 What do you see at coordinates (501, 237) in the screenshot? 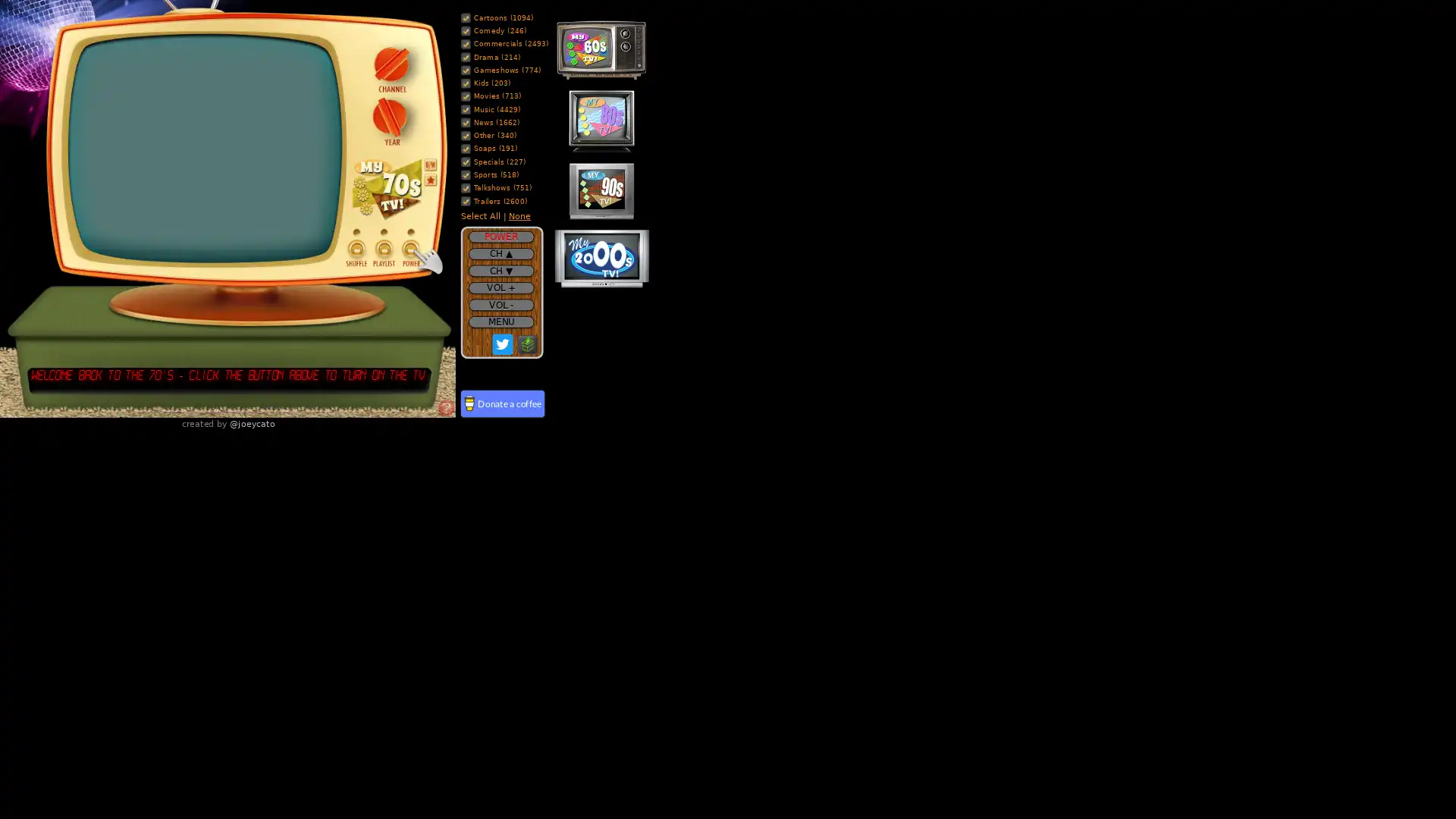
I see `POWER` at bounding box center [501, 237].